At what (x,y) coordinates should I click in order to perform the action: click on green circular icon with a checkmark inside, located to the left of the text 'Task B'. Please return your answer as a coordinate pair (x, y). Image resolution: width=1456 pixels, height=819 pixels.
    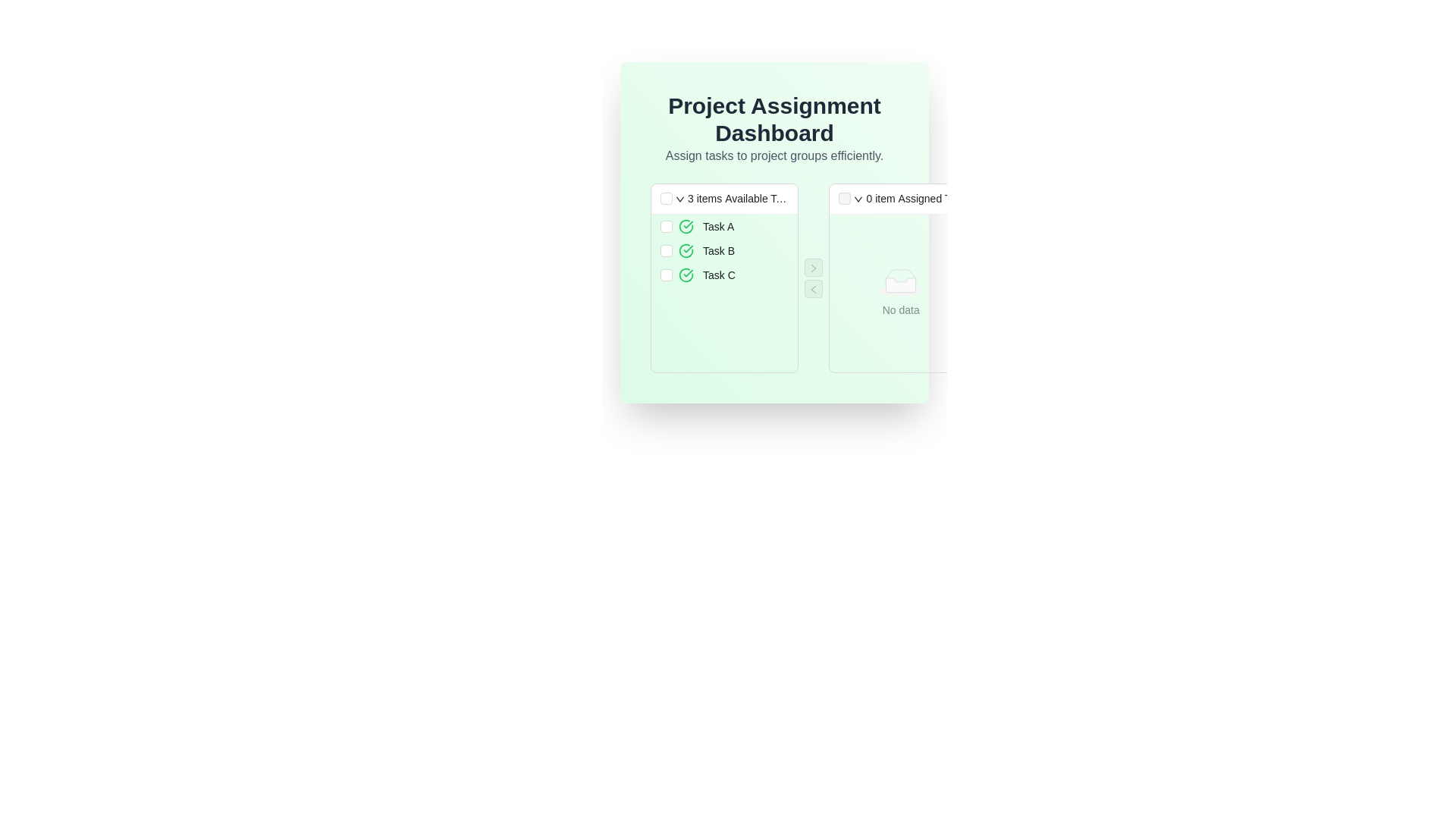
    Looking at the image, I should click on (686, 250).